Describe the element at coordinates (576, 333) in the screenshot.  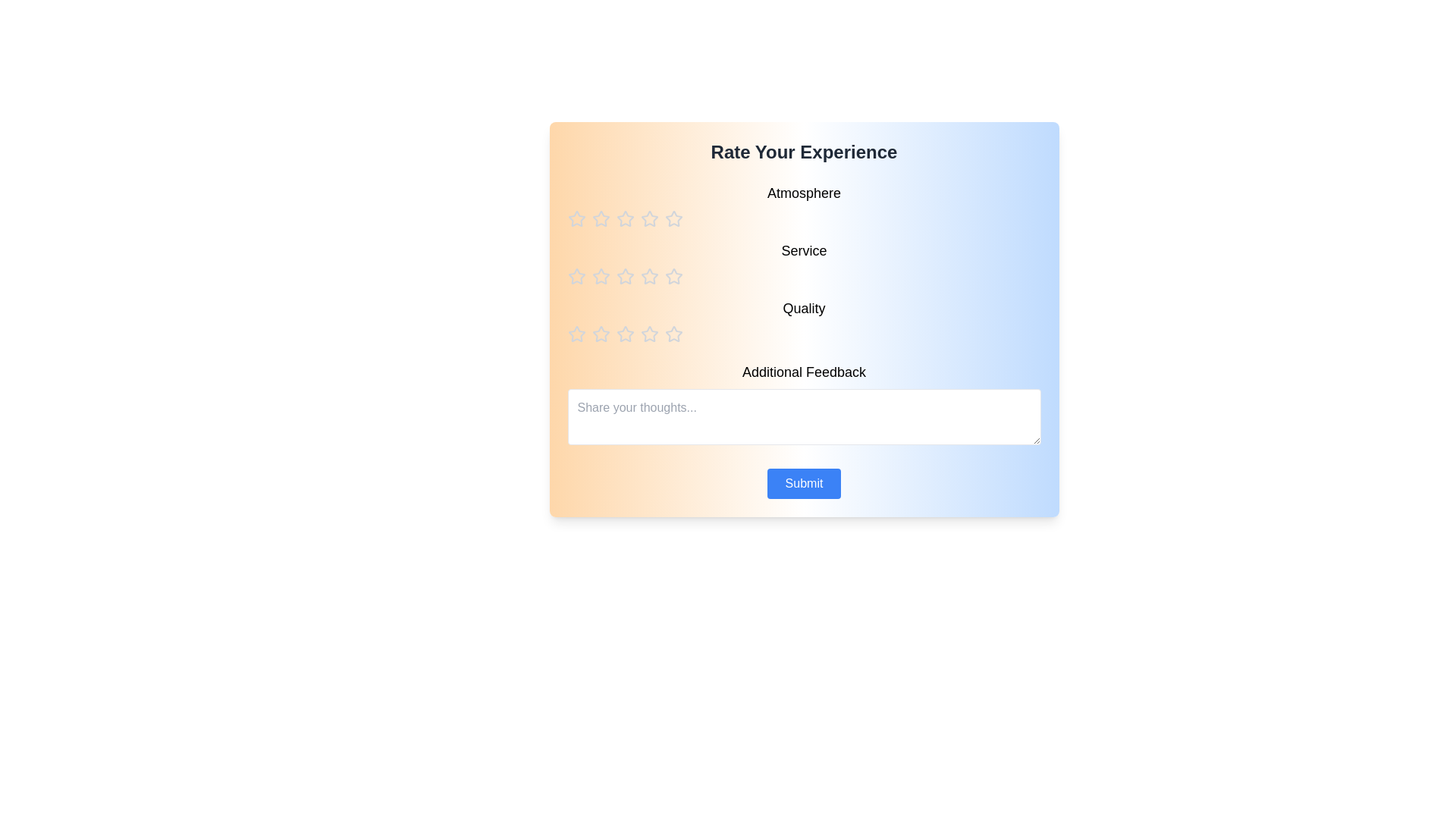
I see `the star corresponding to the rating 1 for the category quality` at that location.